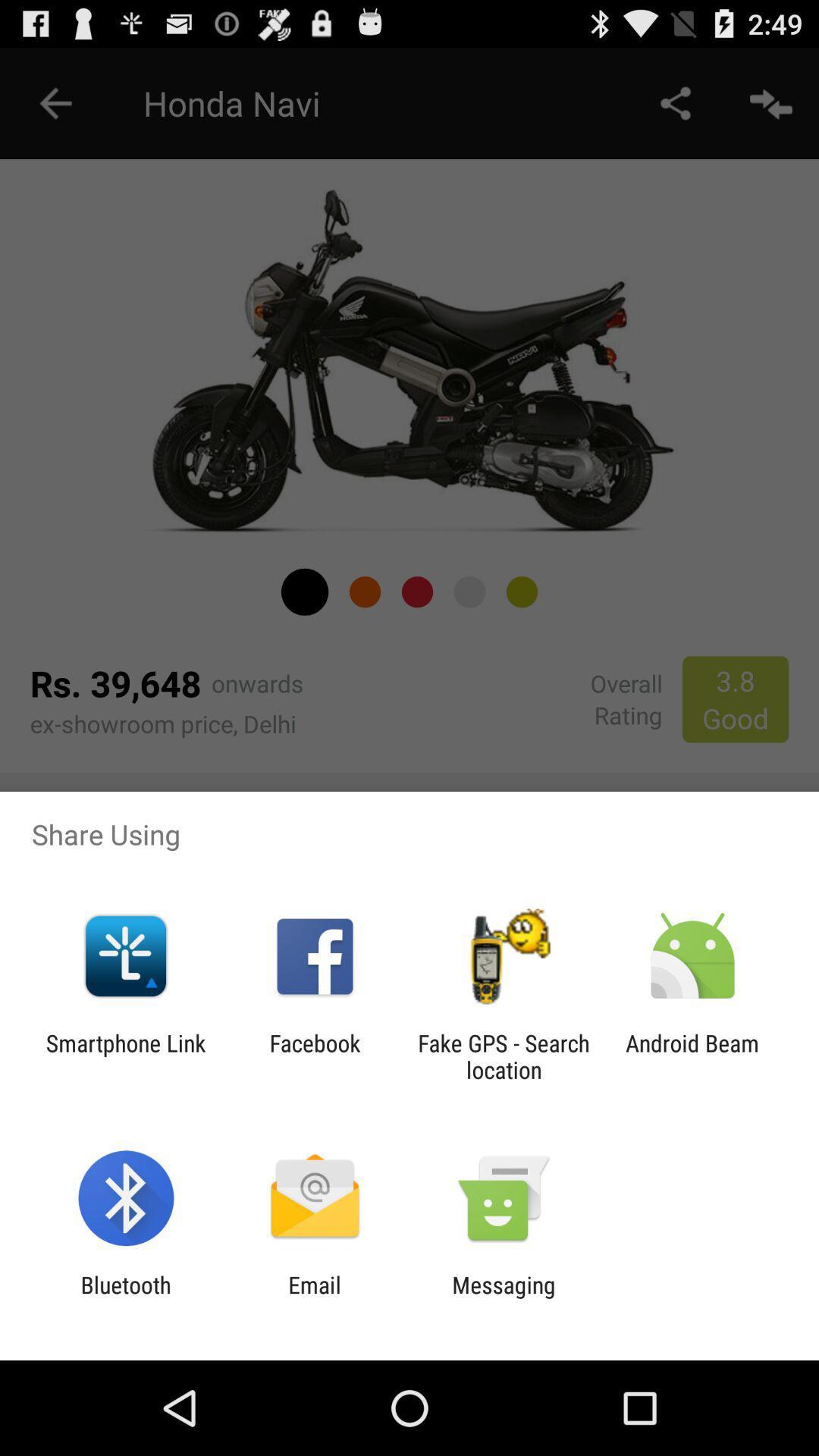  I want to click on the bluetooth icon, so click(125, 1298).